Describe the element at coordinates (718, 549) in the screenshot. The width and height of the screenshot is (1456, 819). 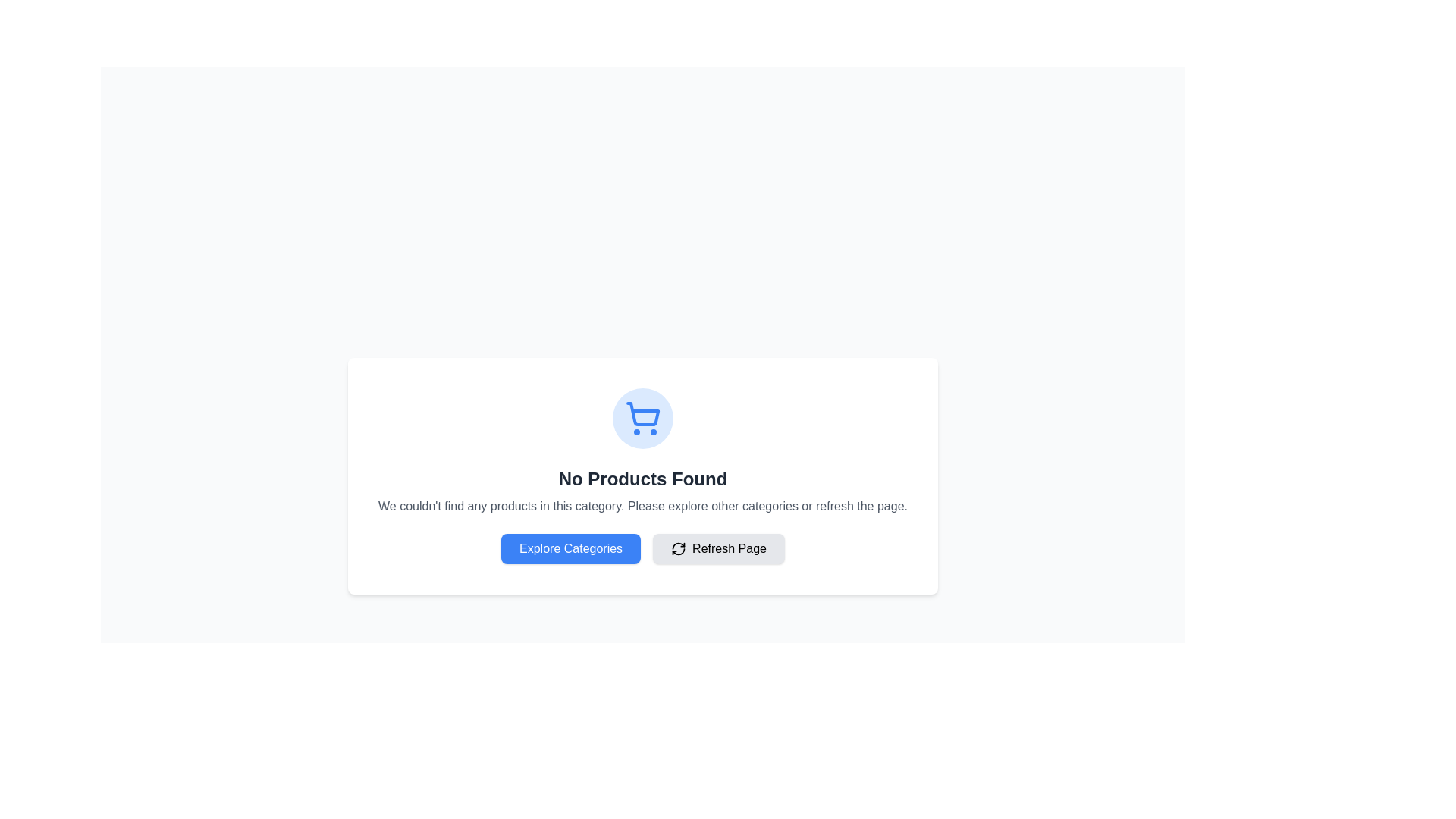
I see `the 'Refresh Page' button, which has a light gray background, rounded corners, and contains a refresh icon next to the text, located near the center of the interface, slightly to the right of the middle, and is the second button on the bottom bar beneath the 'No Products Found' message` at that location.